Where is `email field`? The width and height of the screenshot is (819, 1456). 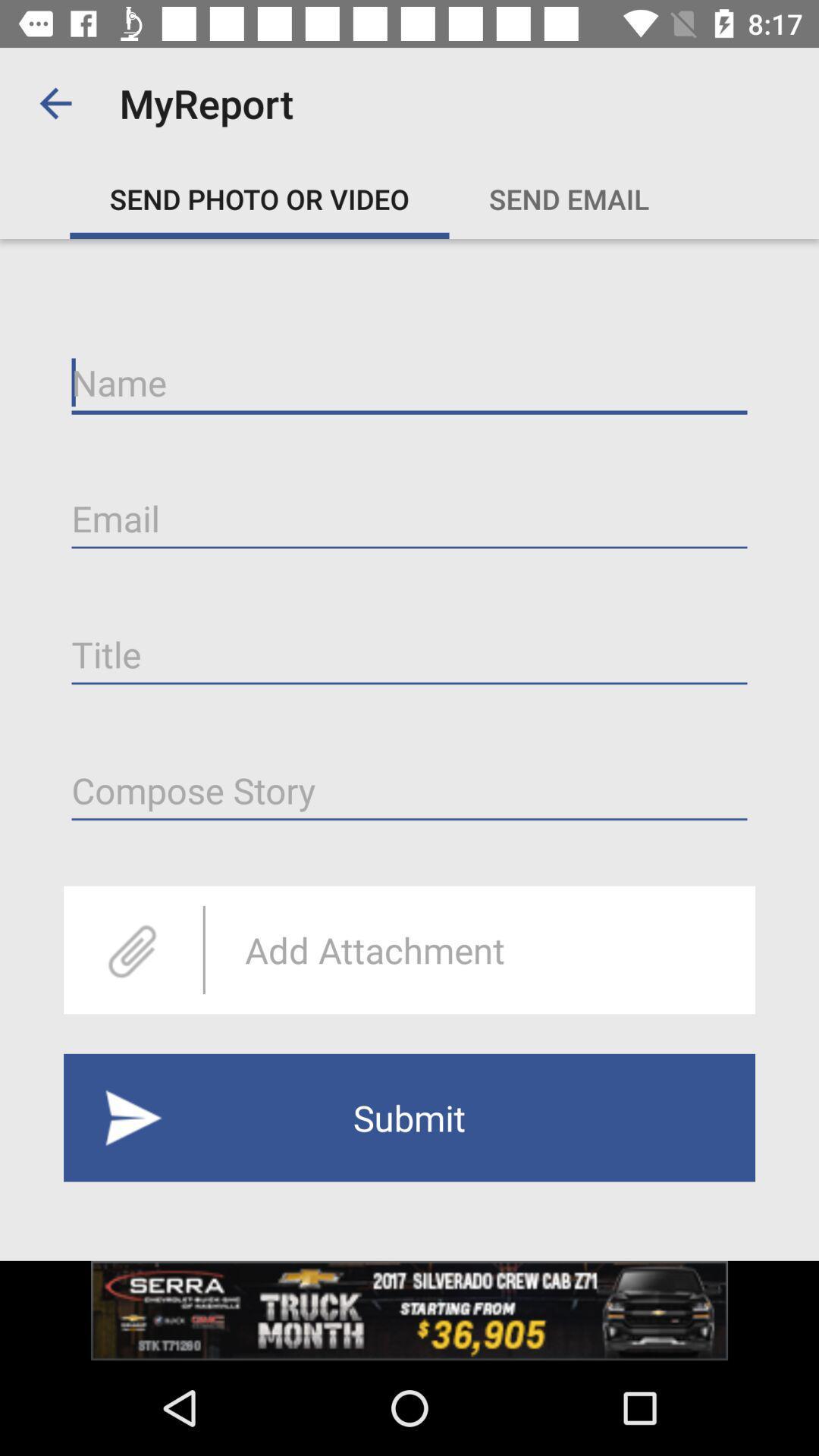
email field is located at coordinates (409, 519).